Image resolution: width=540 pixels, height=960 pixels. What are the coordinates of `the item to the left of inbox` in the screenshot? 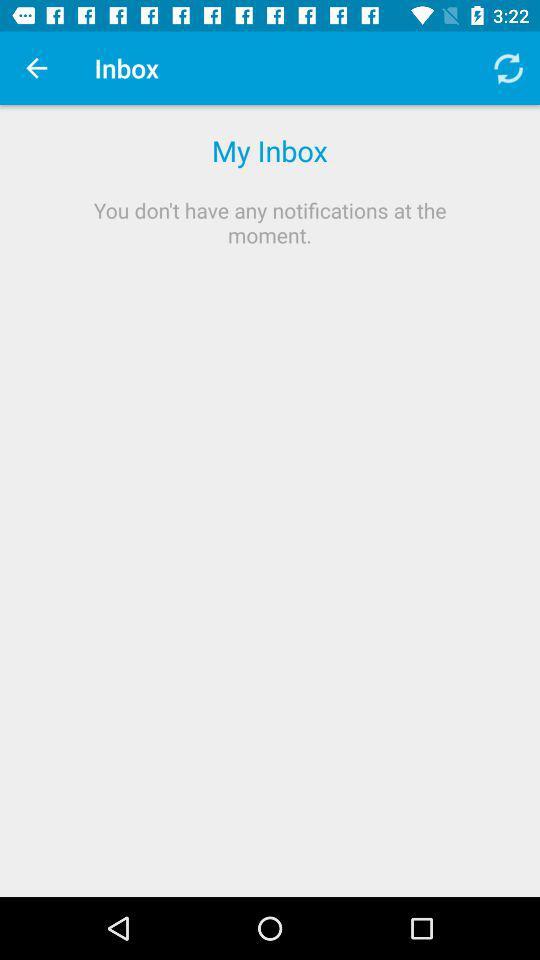 It's located at (36, 68).